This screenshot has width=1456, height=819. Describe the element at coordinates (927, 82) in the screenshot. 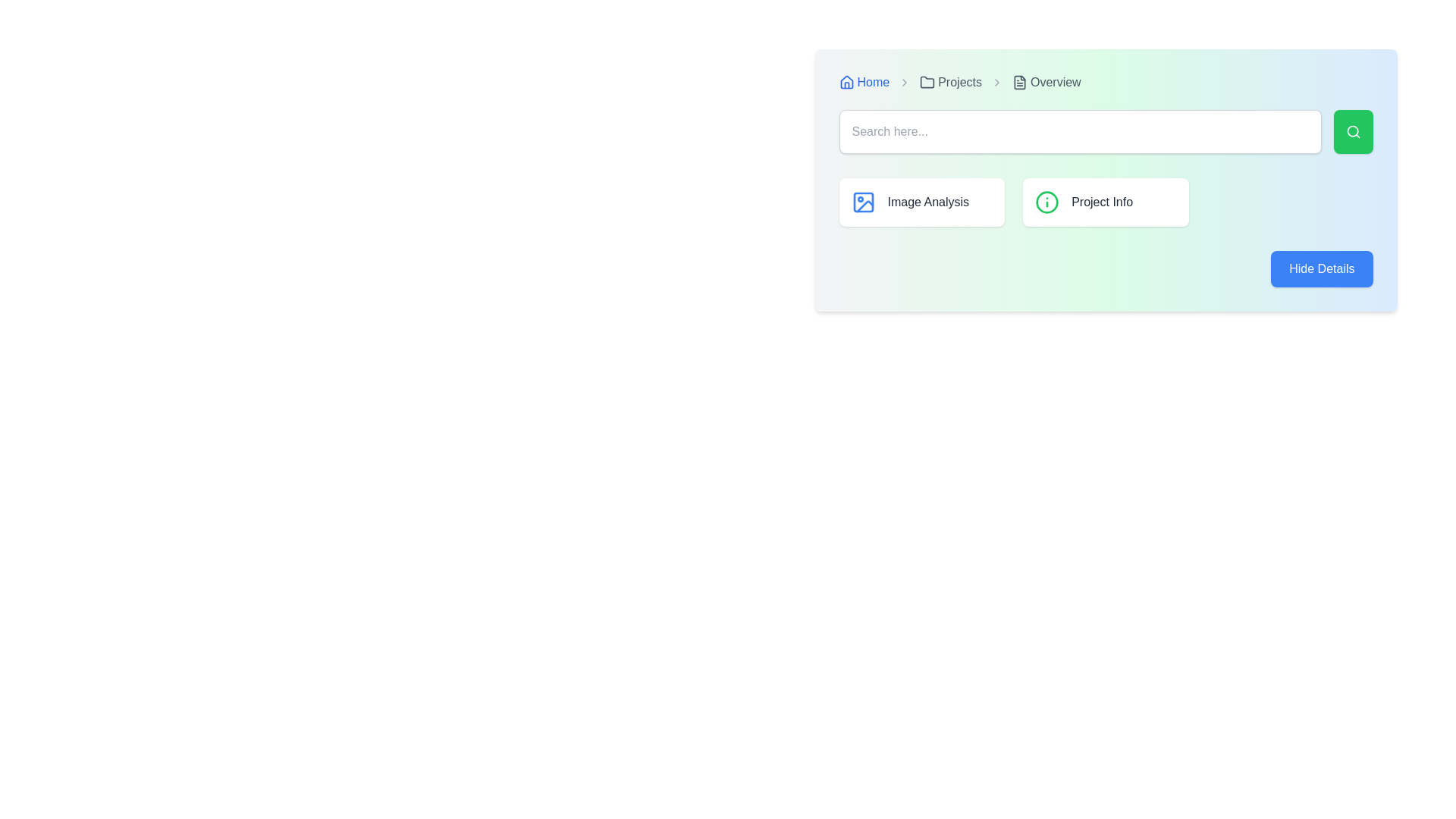

I see `the stylized folder icon in the breadcrumb navigation bar located to the left of the 'Projects' text label` at that location.